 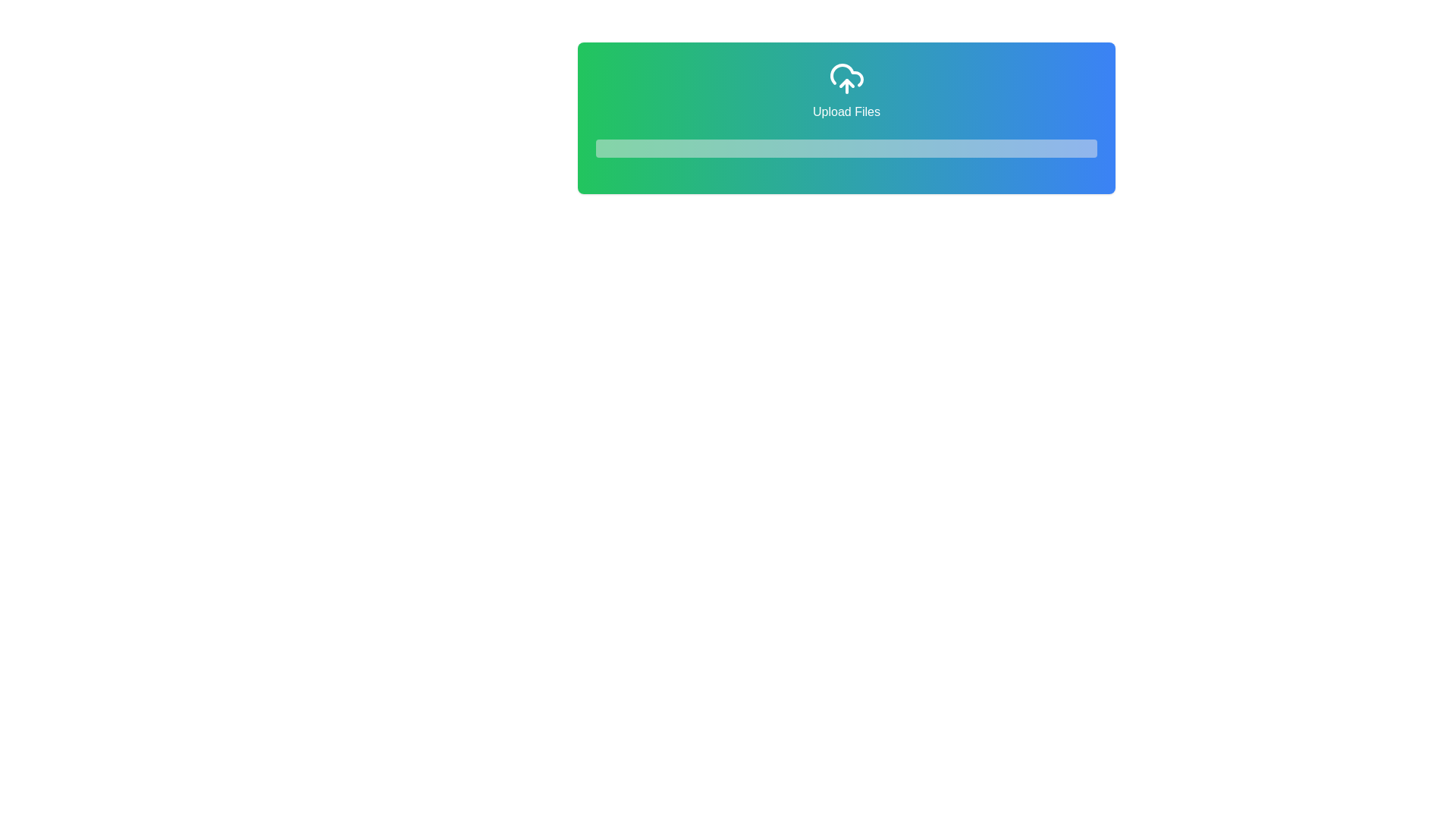 What do you see at coordinates (846, 83) in the screenshot?
I see `the upward-pointing arrow icon located within the cloud-shaped icon, positioned directly below the central vertical line and above the 'Upload Files' text` at bounding box center [846, 83].